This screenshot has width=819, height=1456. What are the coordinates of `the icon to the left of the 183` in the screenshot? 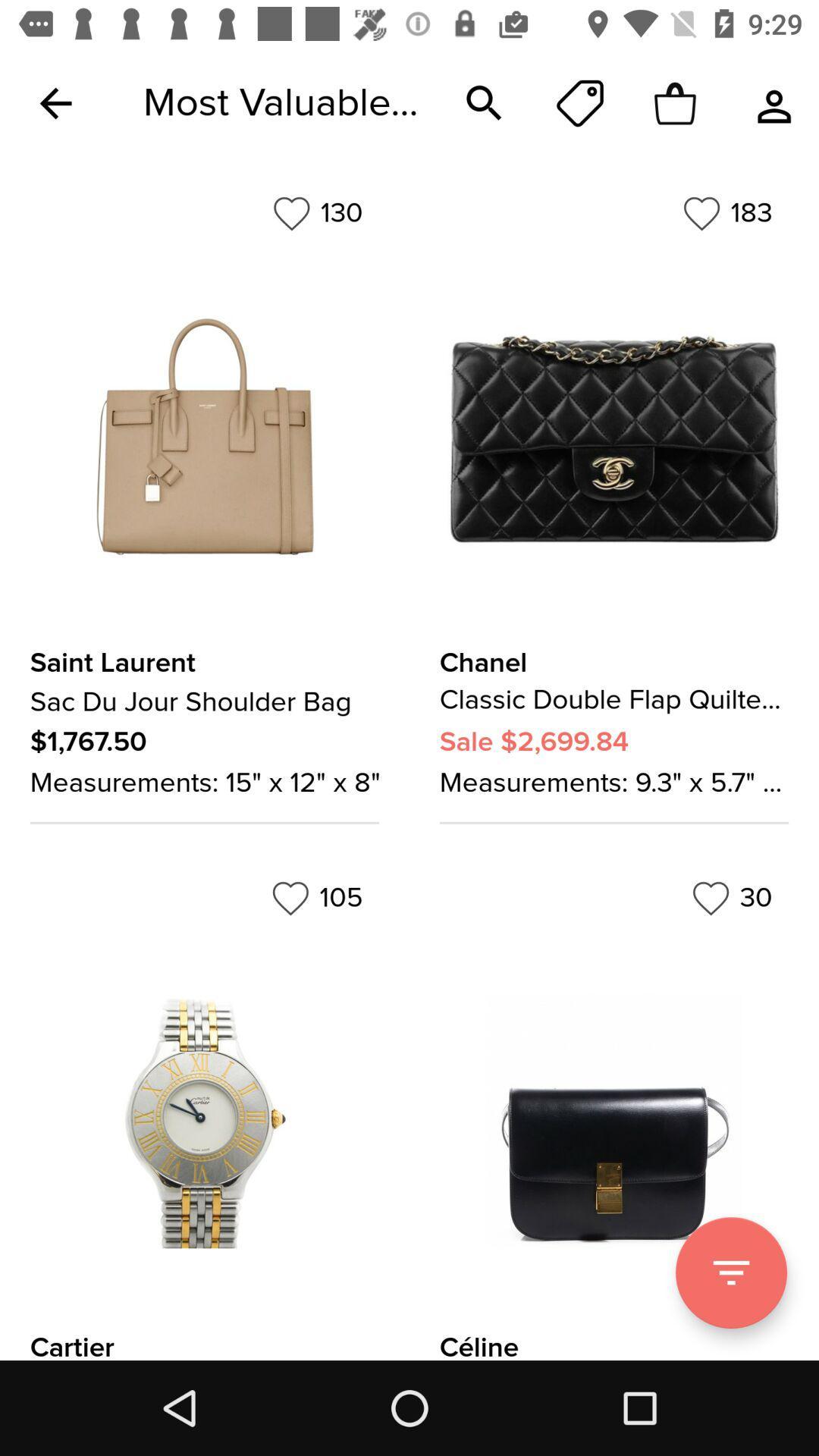 It's located at (317, 212).